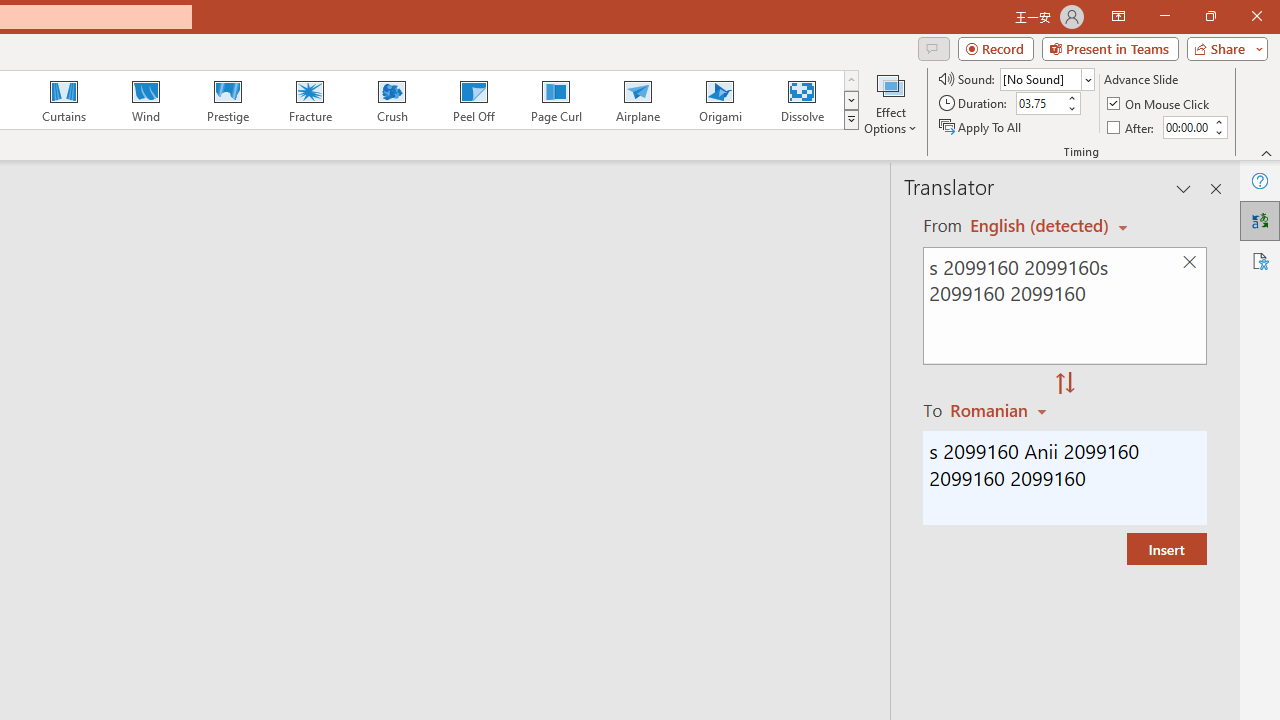 This screenshot has height=720, width=1280. I want to click on 'Prestige', so click(227, 100).